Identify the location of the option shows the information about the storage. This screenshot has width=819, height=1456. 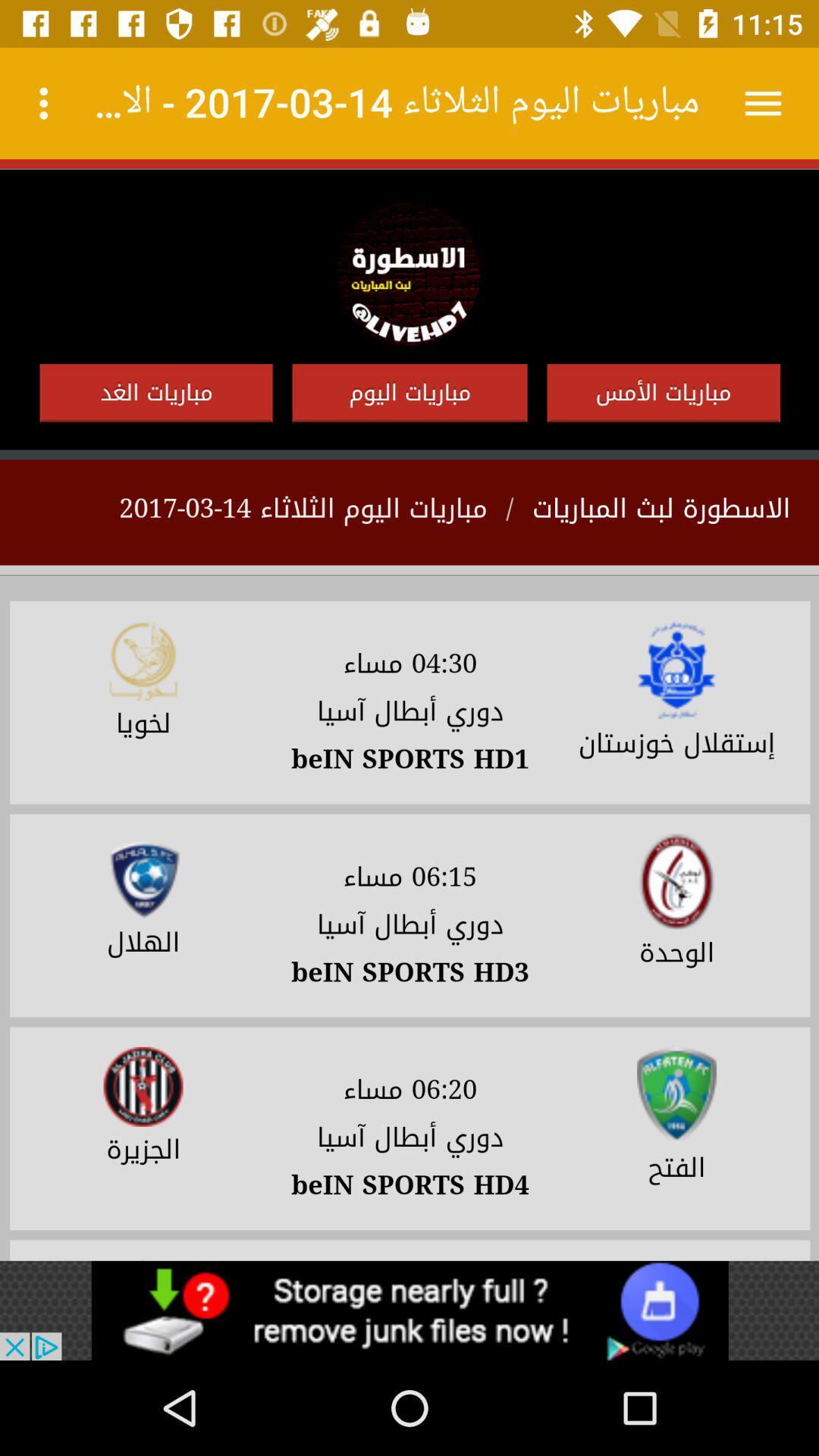
(409, 1310).